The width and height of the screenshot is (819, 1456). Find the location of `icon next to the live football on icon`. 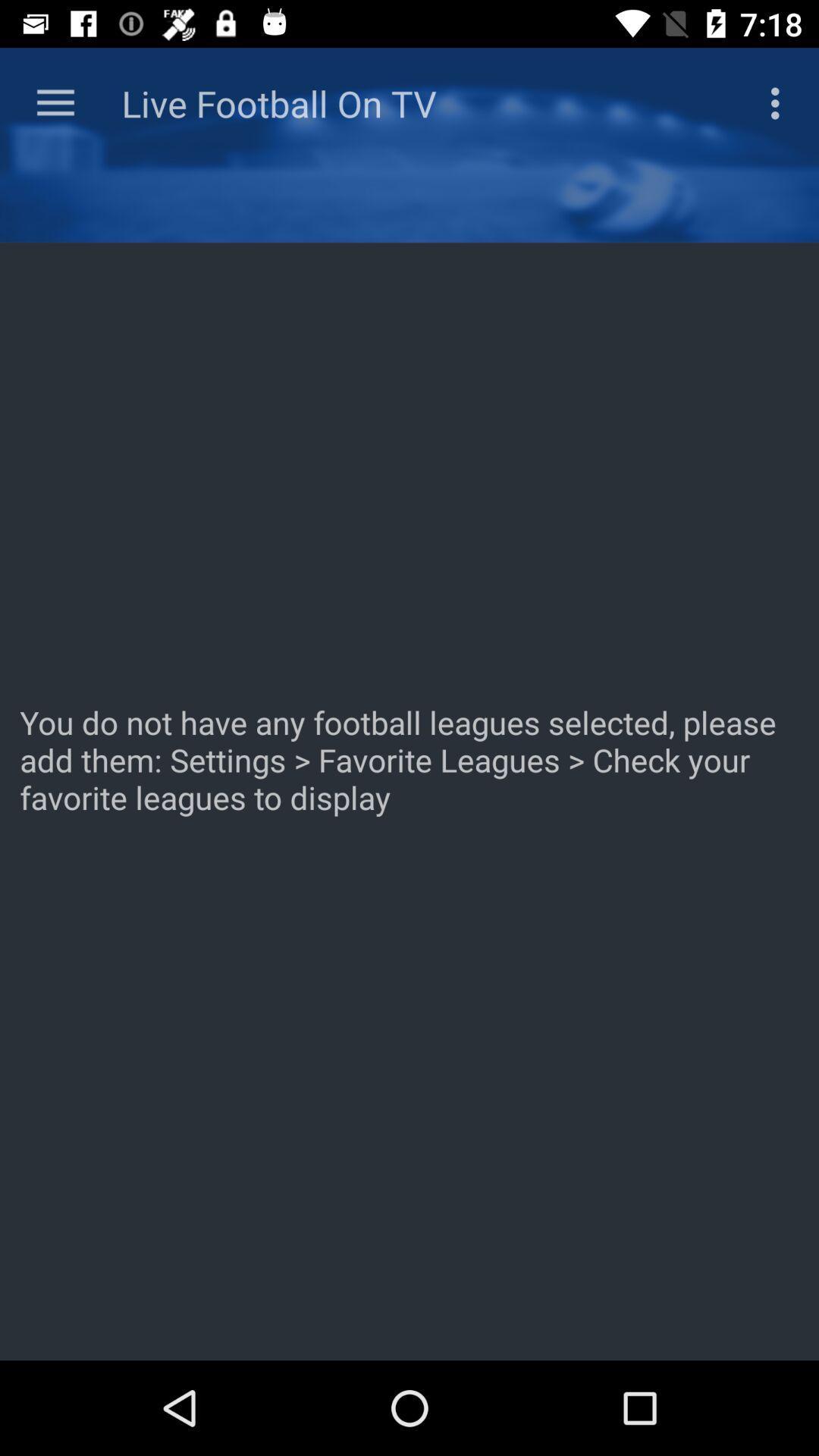

icon next to the live football on icon is located at coordinates (55, 102).